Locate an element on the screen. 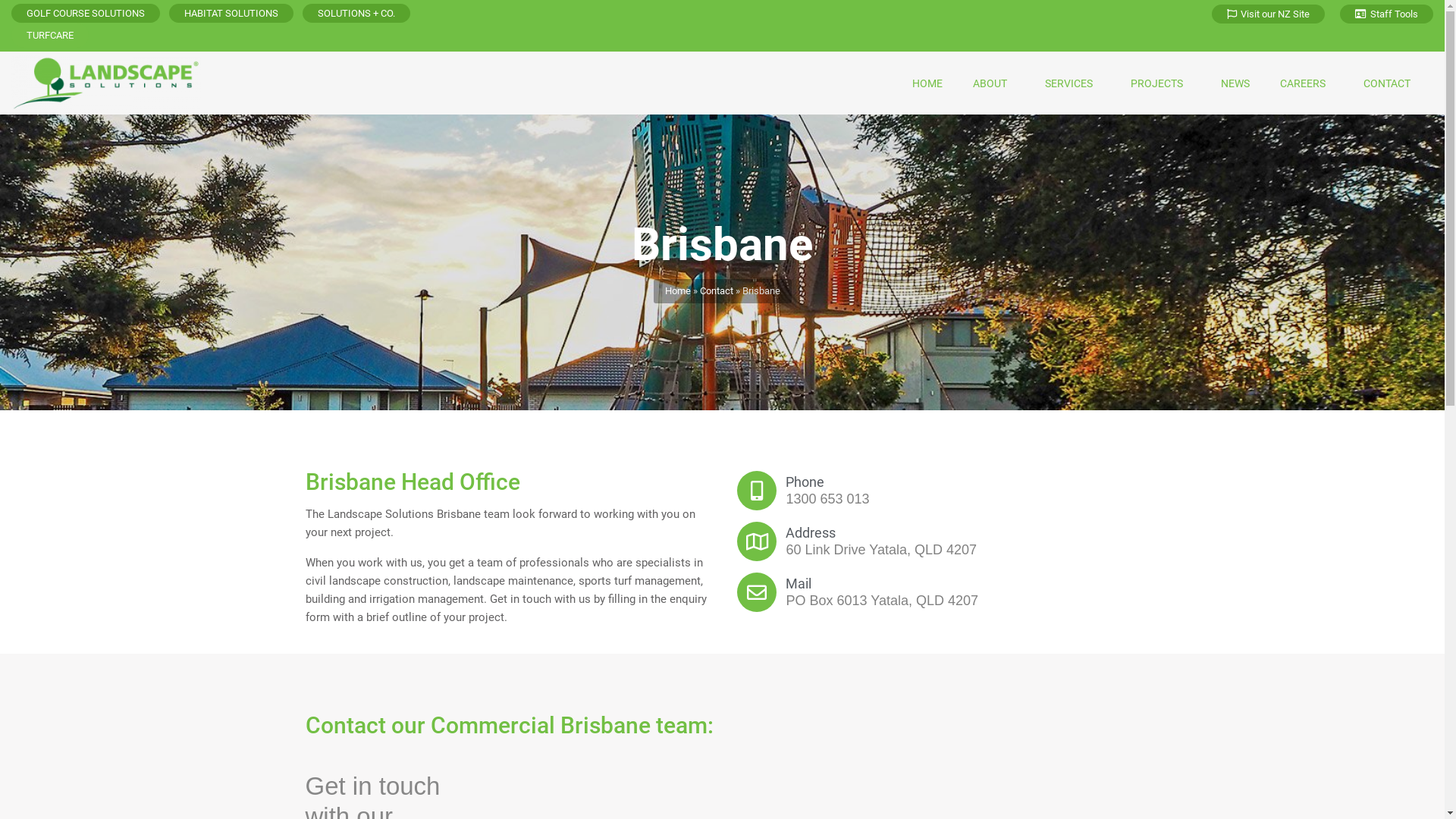 The image size is (1456, 819). 'TURFCARE' is located at coordinates (50, 34).